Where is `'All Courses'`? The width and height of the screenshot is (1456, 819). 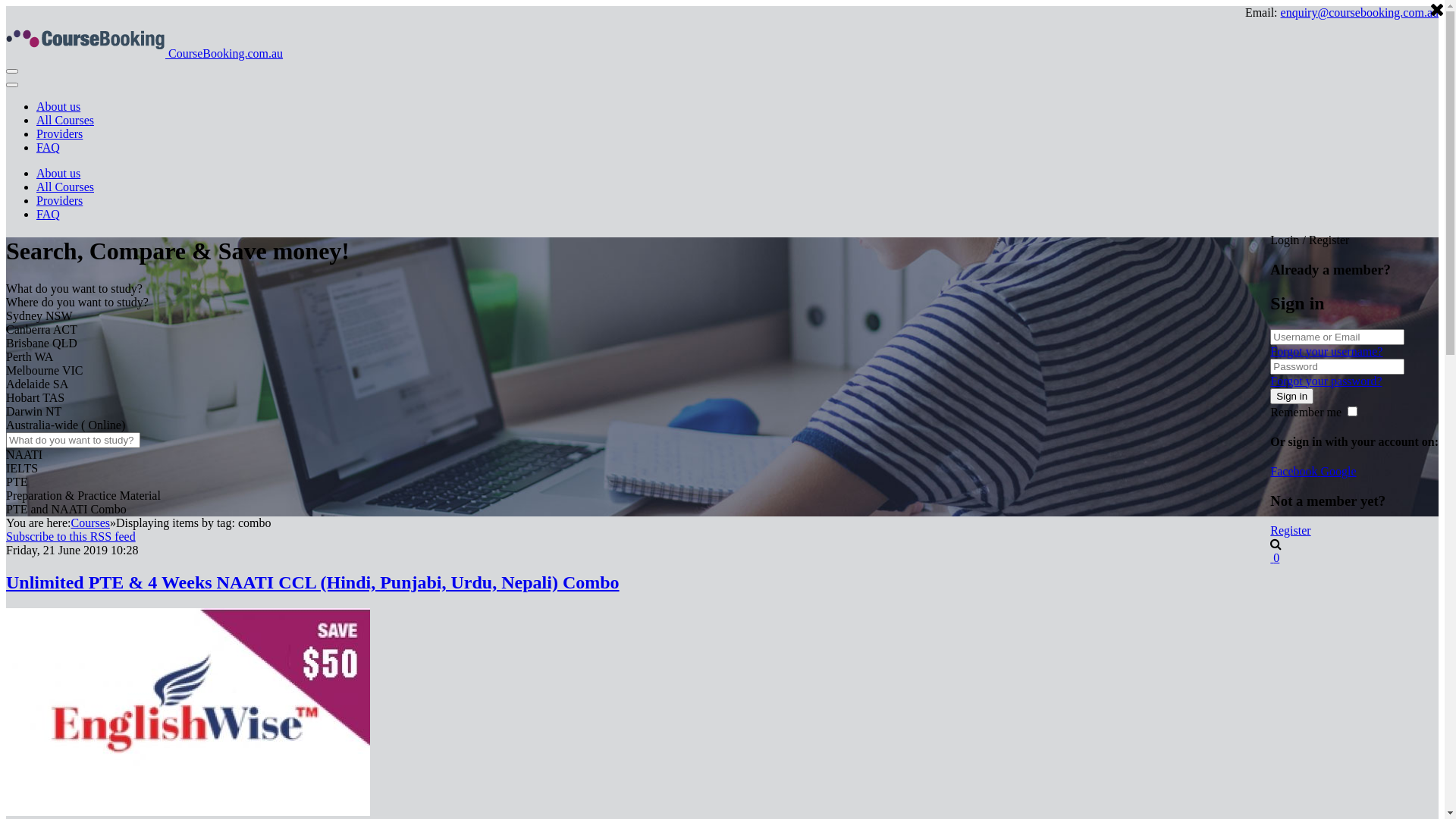 'All Courses' is located at coordinates (64, 186).